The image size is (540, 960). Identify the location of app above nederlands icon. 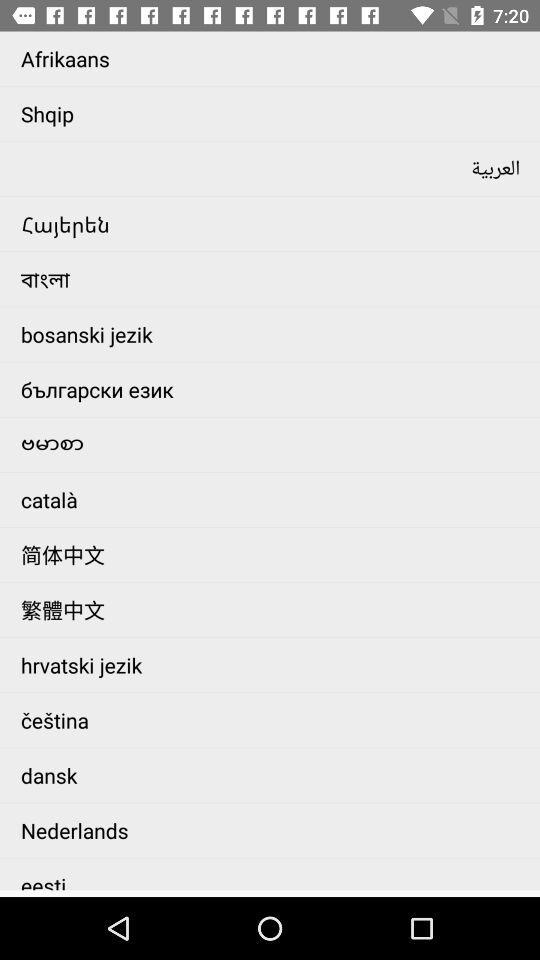
(274, 774).